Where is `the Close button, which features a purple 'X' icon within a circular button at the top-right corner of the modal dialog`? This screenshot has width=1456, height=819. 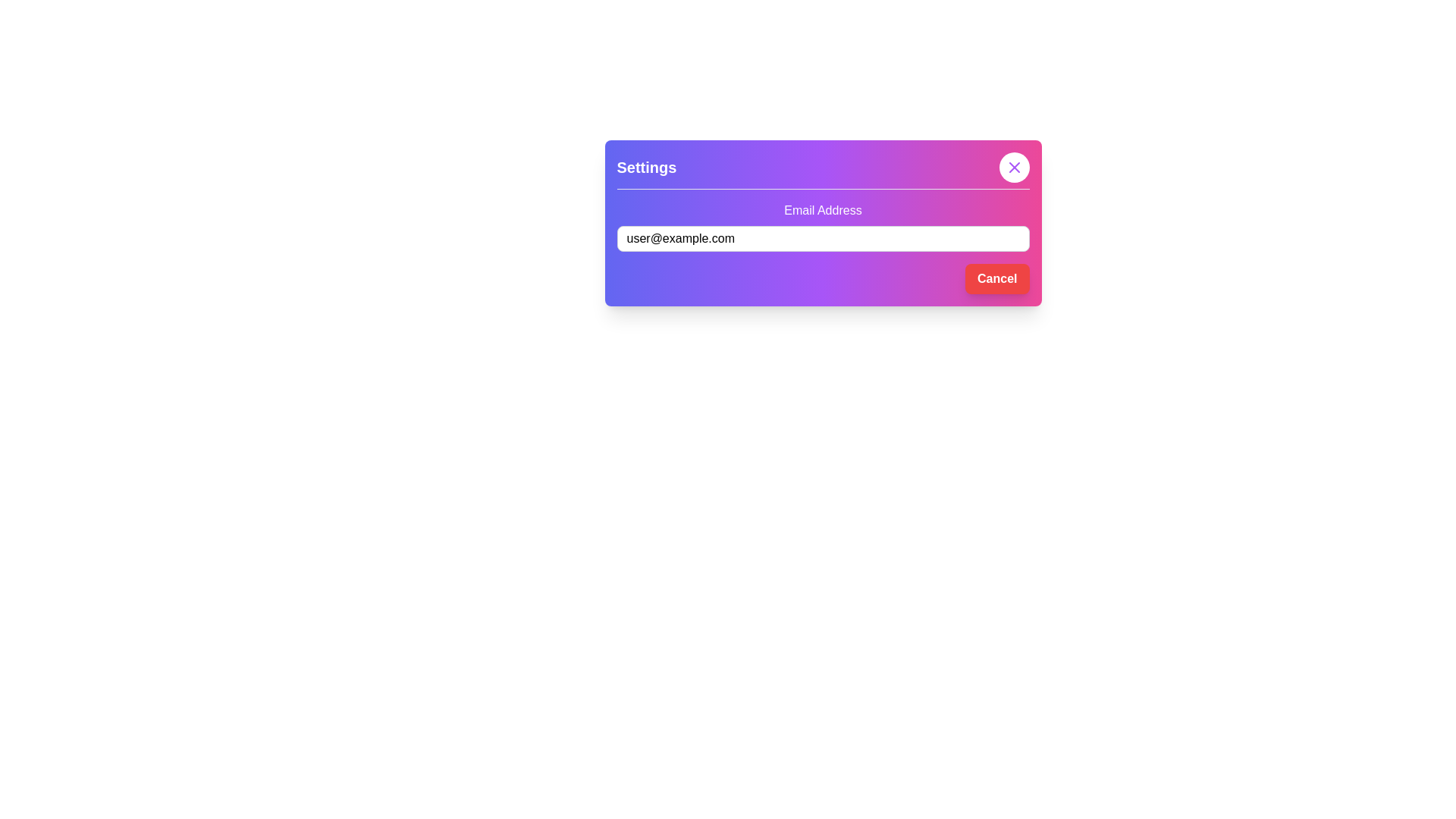 the Close button, which features a purple 'X' icon within a circular button at the top-right corner of the modal dialog is located at coordinates (1014, 167).